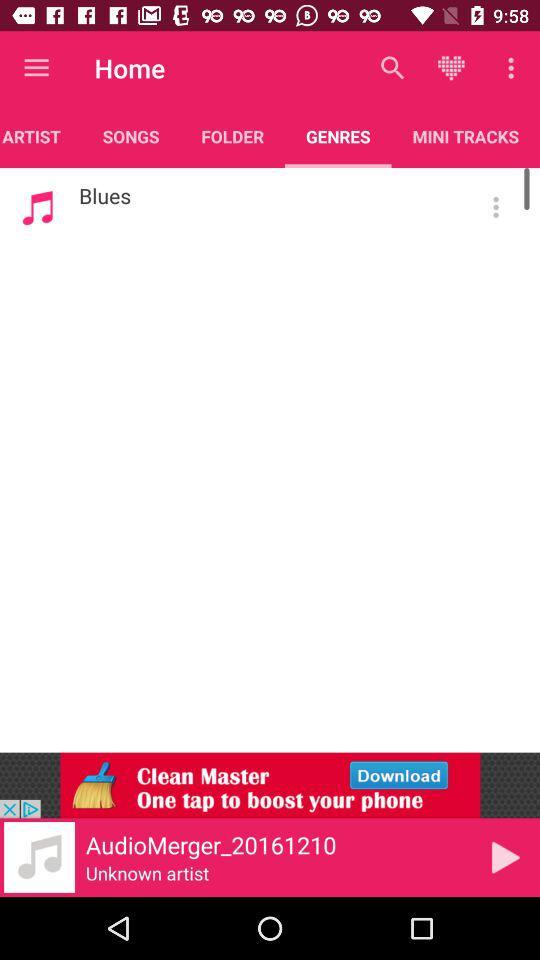  Describe the element at coordinates (270, 785) in the screenshot. I see `advertisement to install clean master app` at that location.